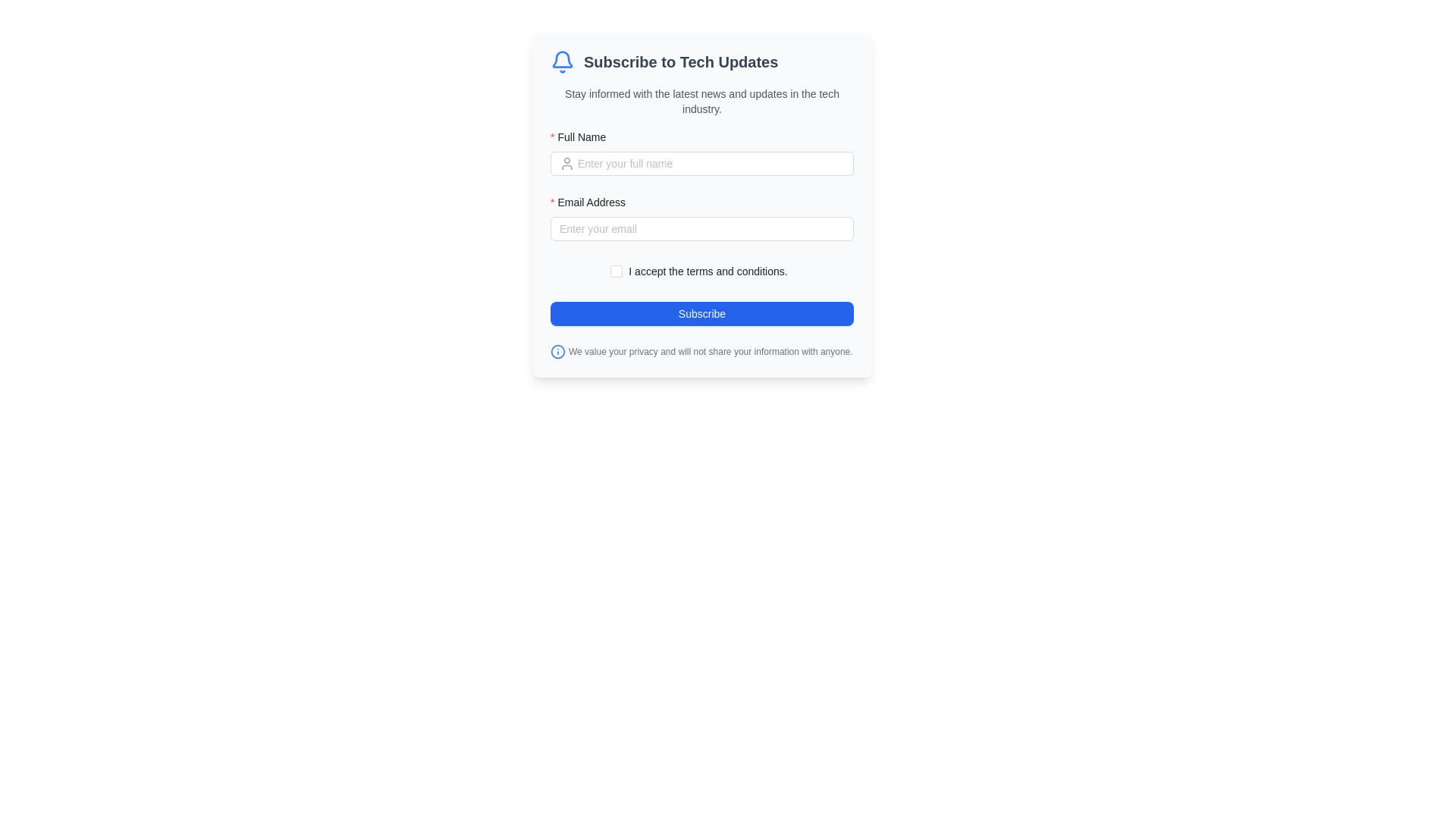 The width and height of the screenshot is (1456, 819). What do you see at coordinates (701, 312) in the screenshot?
I see `the 'Submit' button located at the lower-central area of the subscription form titled 'Subscribe to Tech Updates'` at bounding box center [701, 312].